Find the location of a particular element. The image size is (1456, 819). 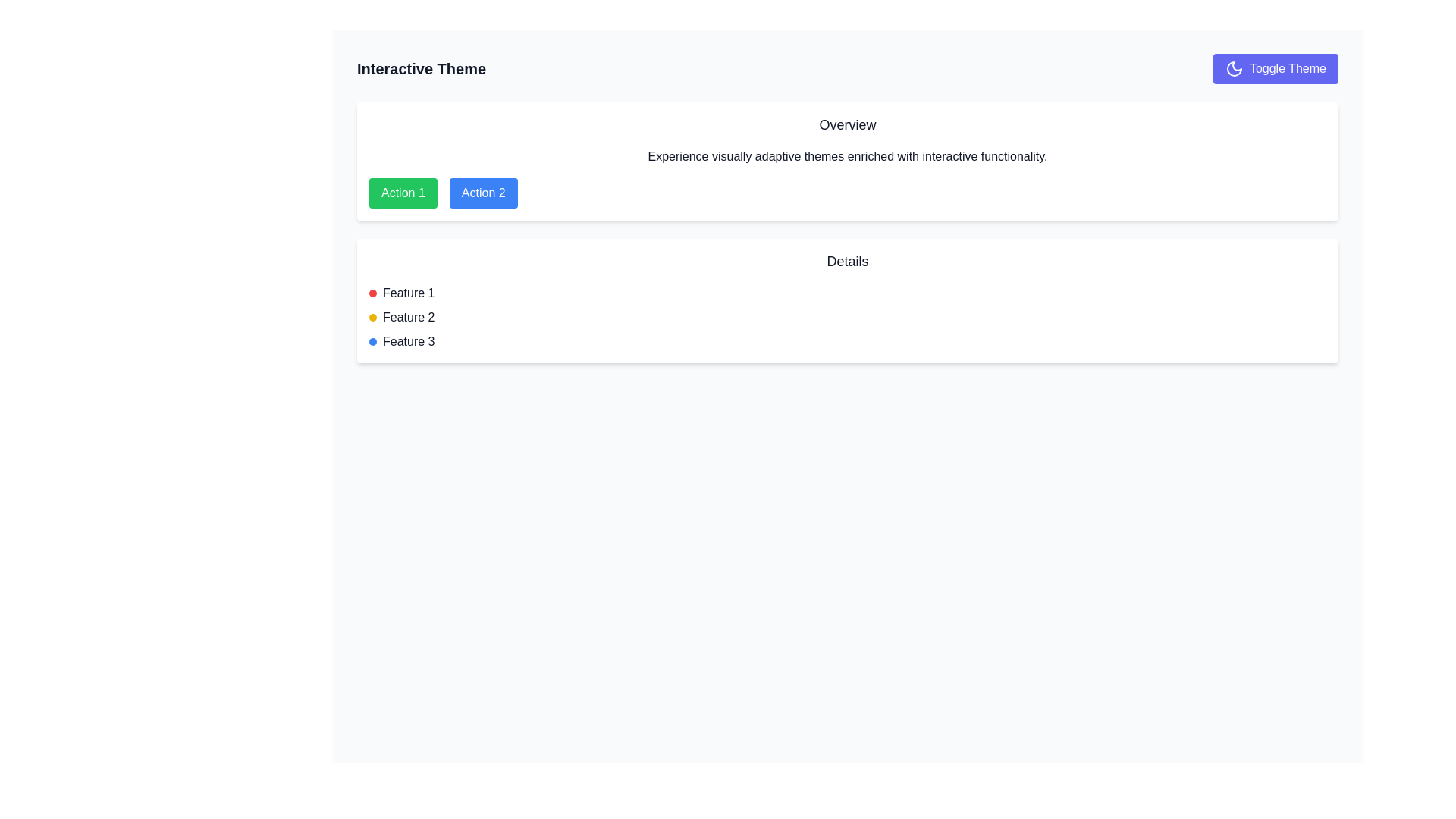

the 'Toggle Theme' button located in the top-right corner of the interface, which contains a crescent moon SVG icon styled with a stroke and no fill is located at coordinates (1234, 69).